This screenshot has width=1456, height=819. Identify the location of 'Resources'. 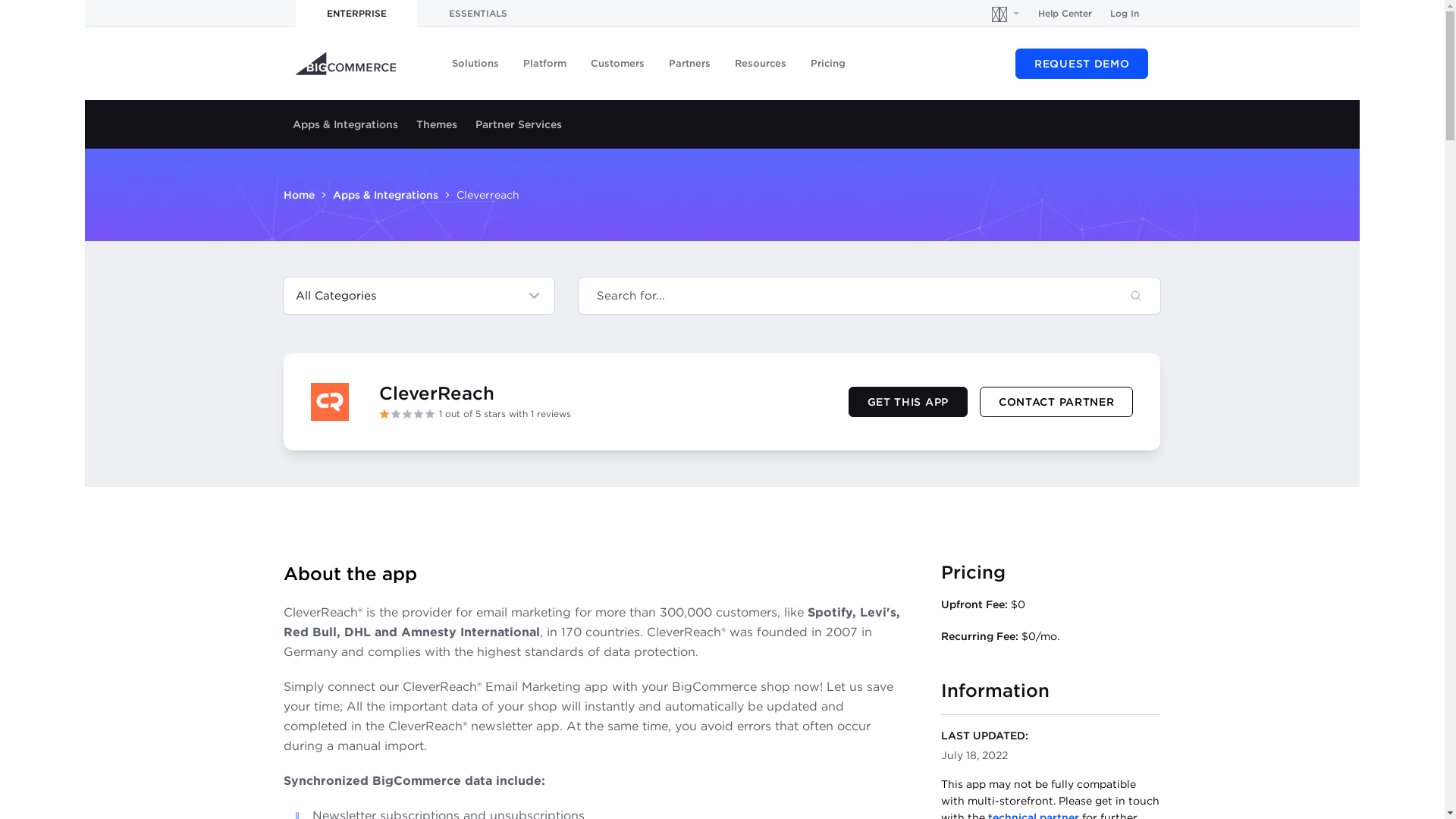
(761, 63).